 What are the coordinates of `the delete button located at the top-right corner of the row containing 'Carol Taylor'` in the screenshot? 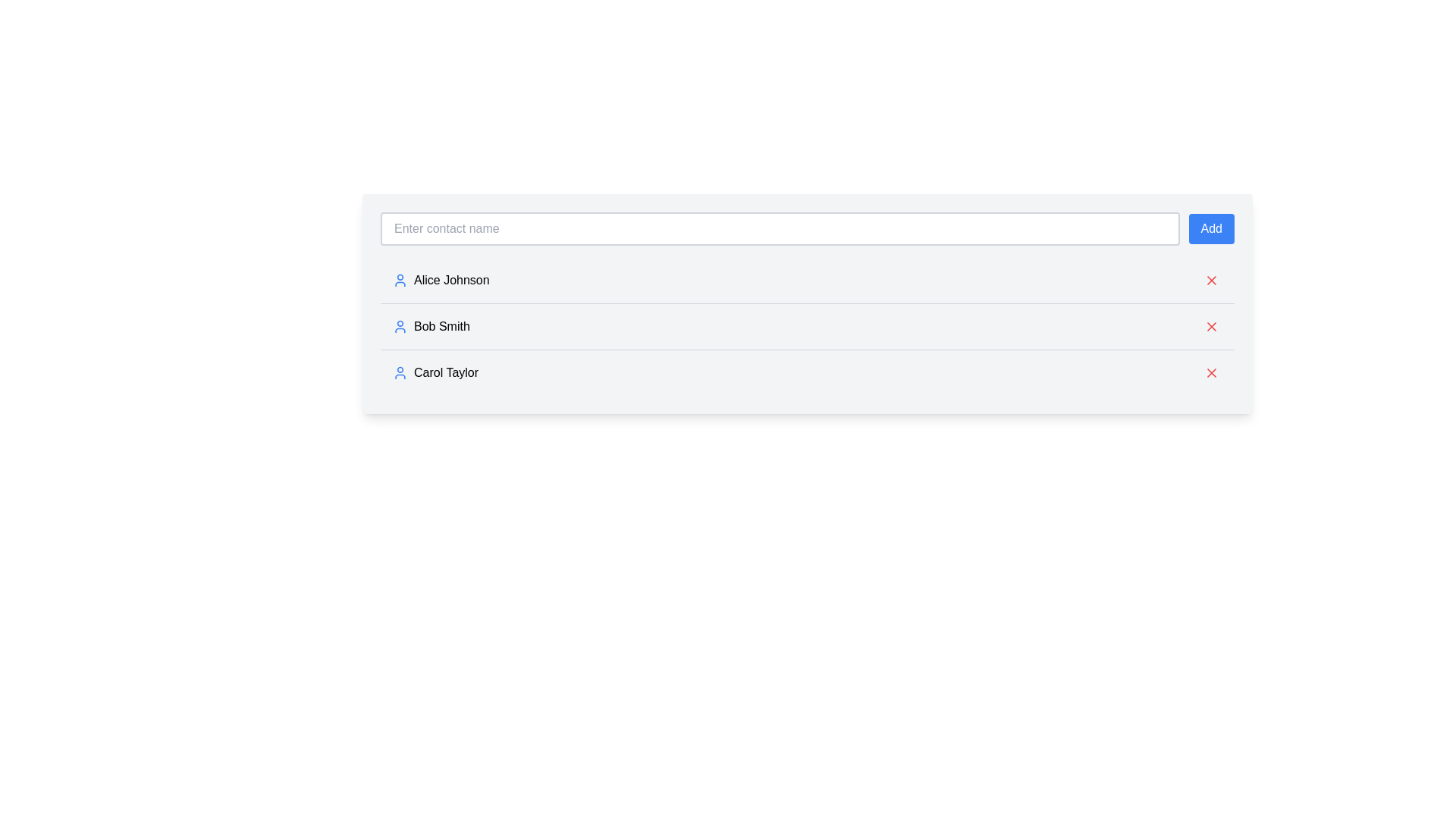 It's located at (1211, 373).